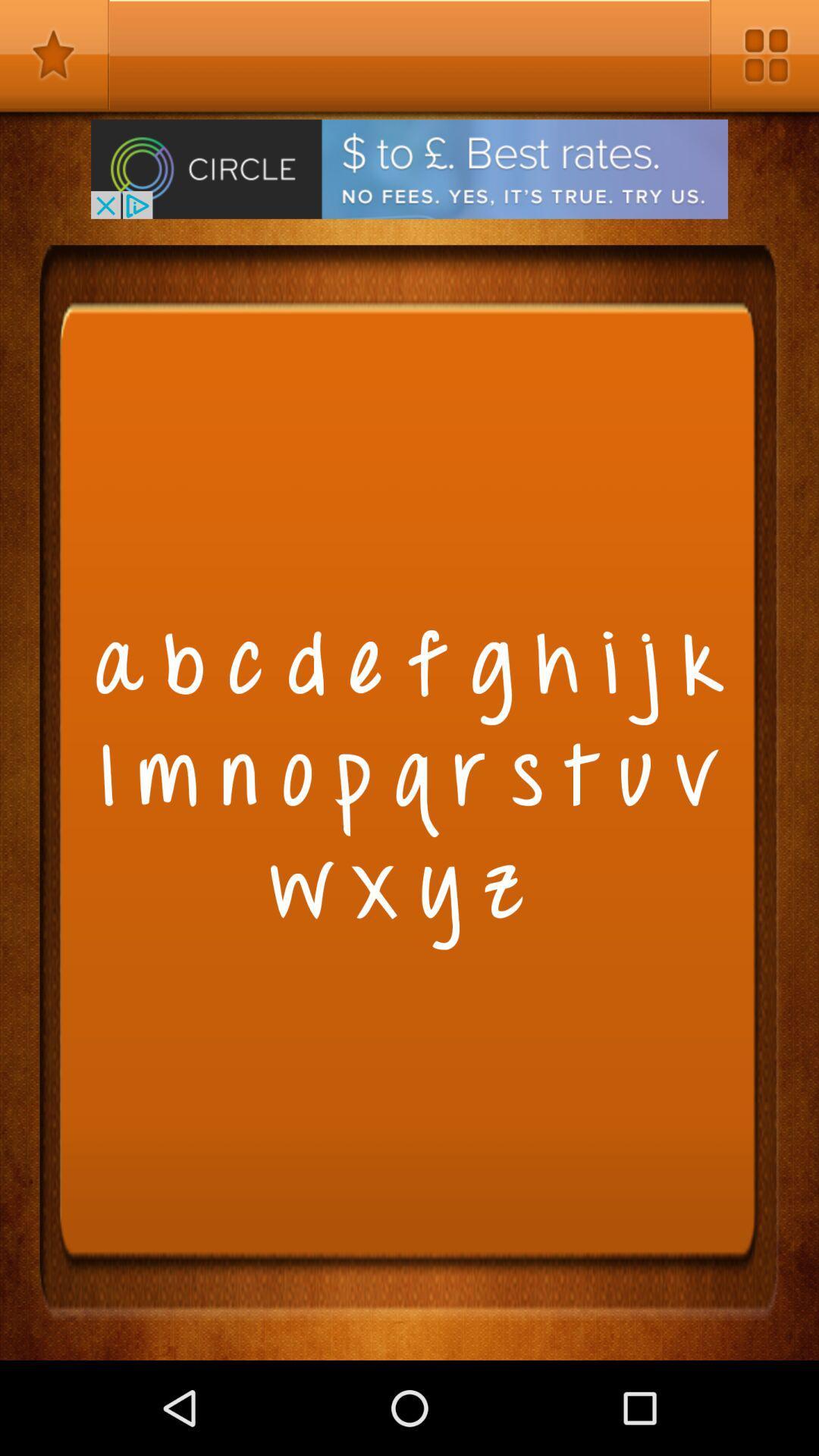  Describe the element at coordinates (409, 169) in the screenshot. I see `announcement` at that location.